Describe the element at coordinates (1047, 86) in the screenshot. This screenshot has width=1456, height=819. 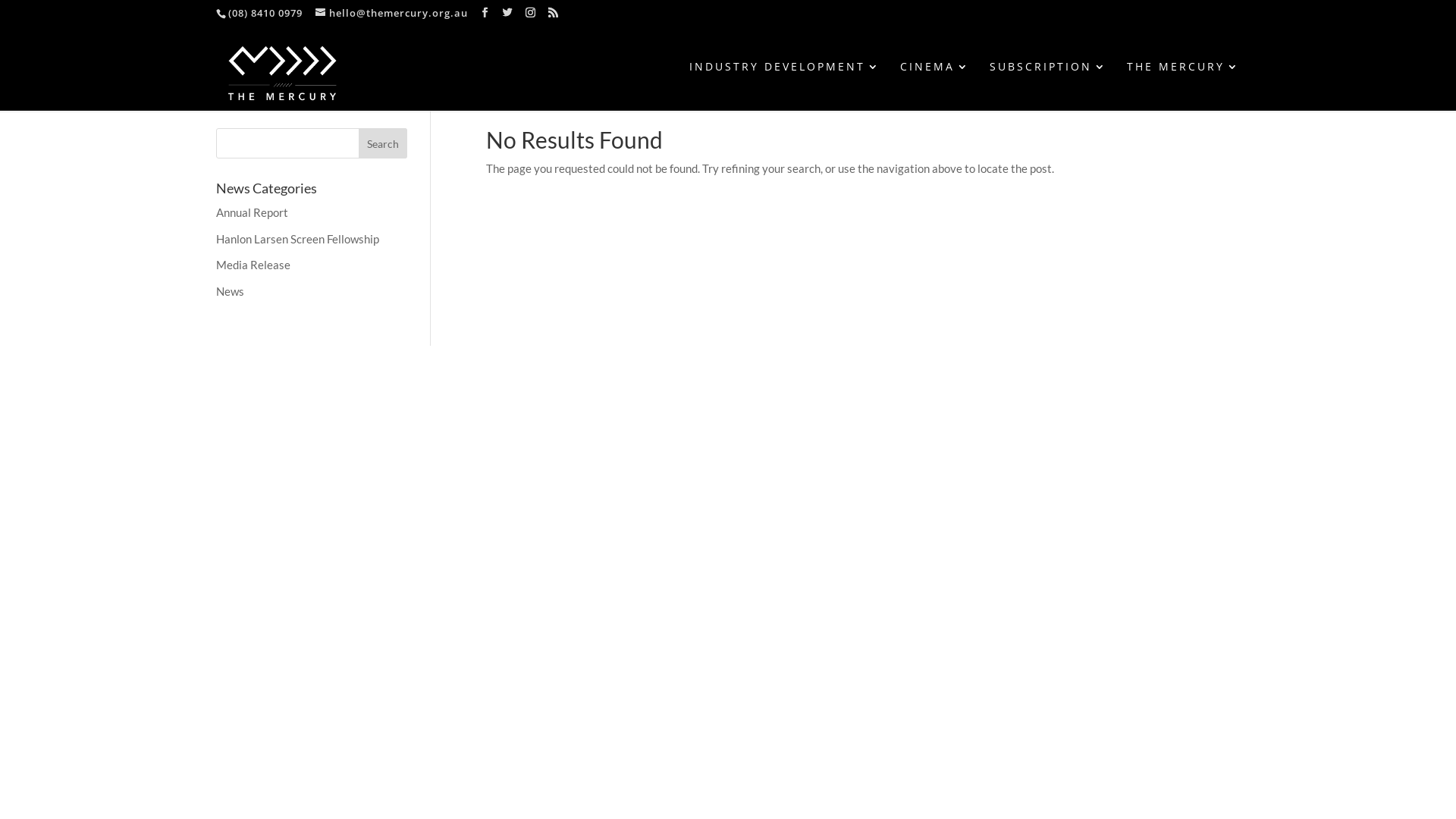
I see `'SUBSCRIPTION'` at that location.